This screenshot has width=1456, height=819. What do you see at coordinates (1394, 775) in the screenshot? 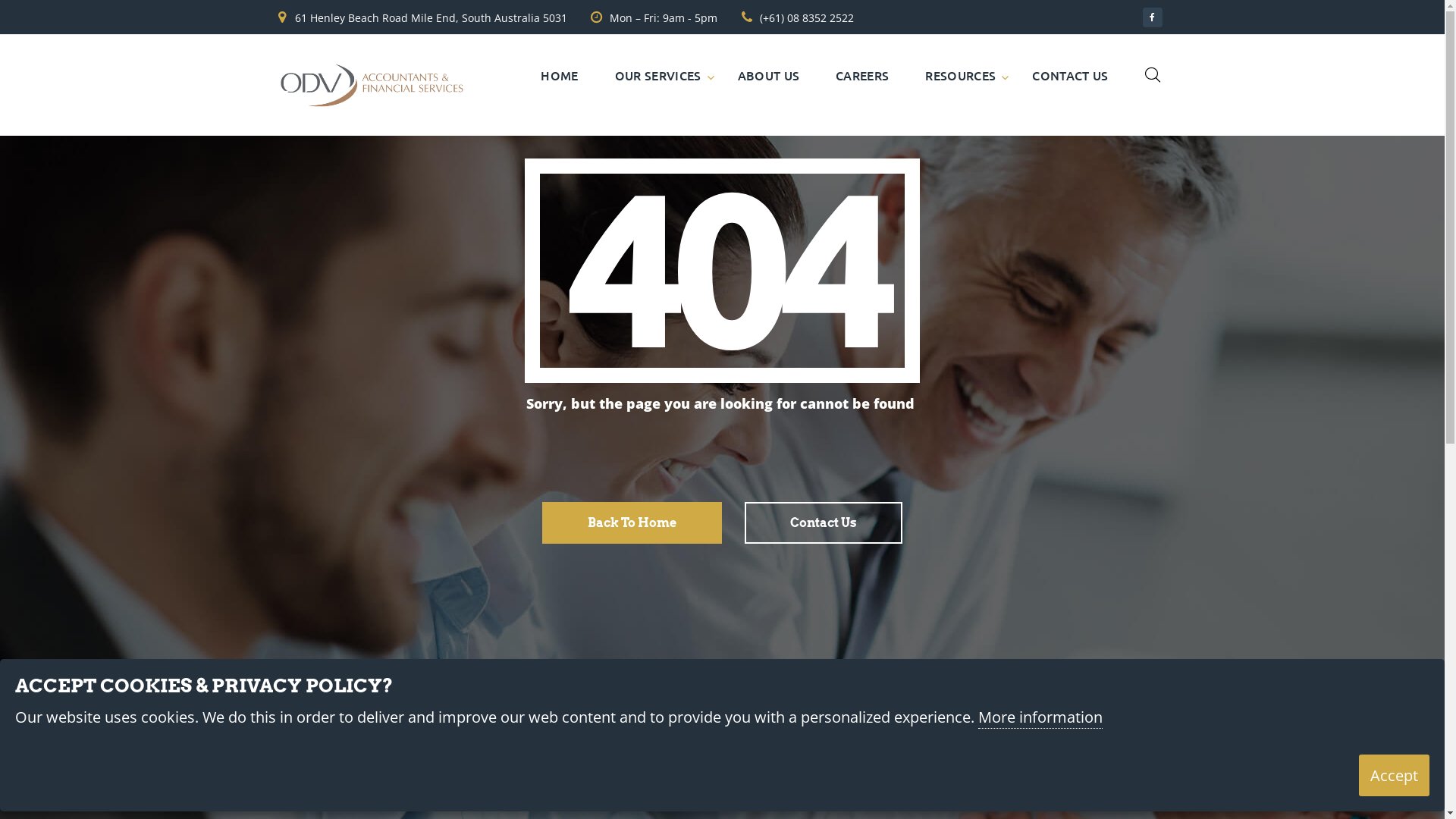
I see `'Accept'` at bounding box center [1394, 775].